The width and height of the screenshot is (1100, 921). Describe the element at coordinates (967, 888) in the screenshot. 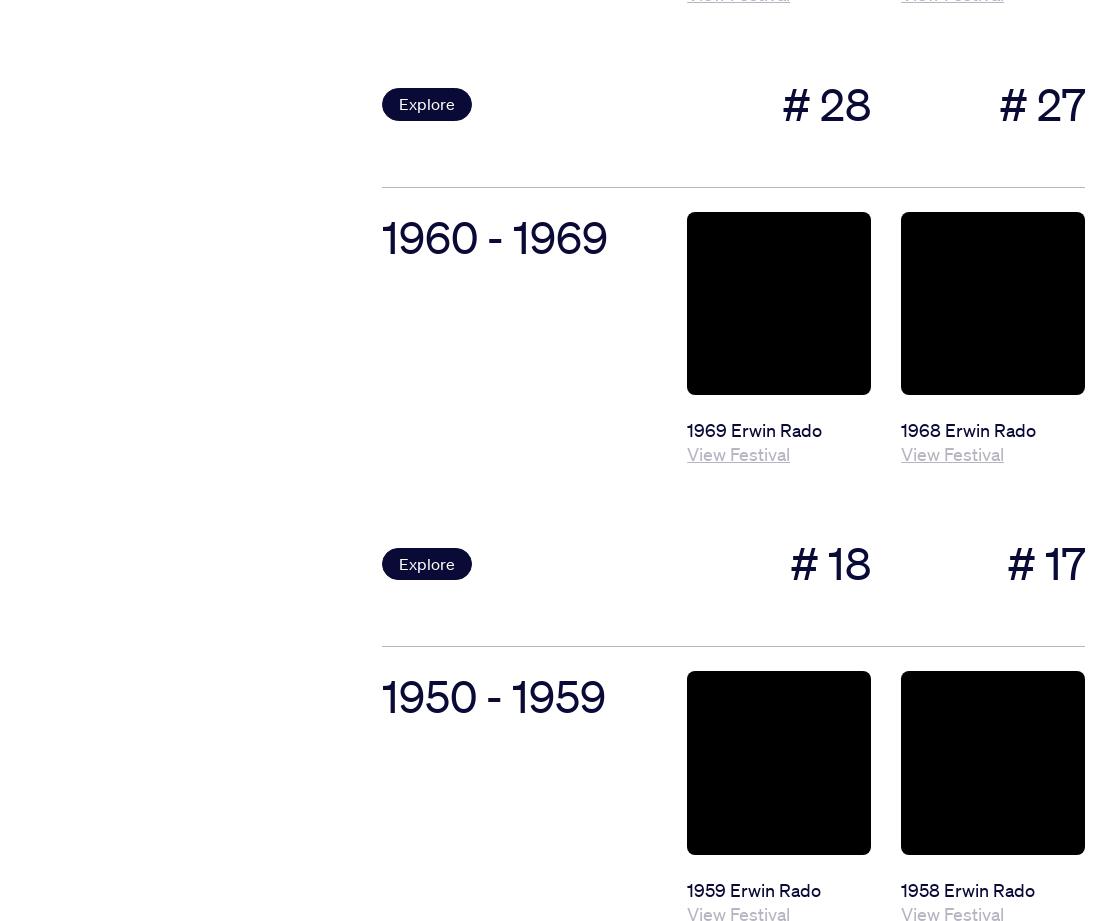

I see `'1958 Erwin Rado'` at that location.